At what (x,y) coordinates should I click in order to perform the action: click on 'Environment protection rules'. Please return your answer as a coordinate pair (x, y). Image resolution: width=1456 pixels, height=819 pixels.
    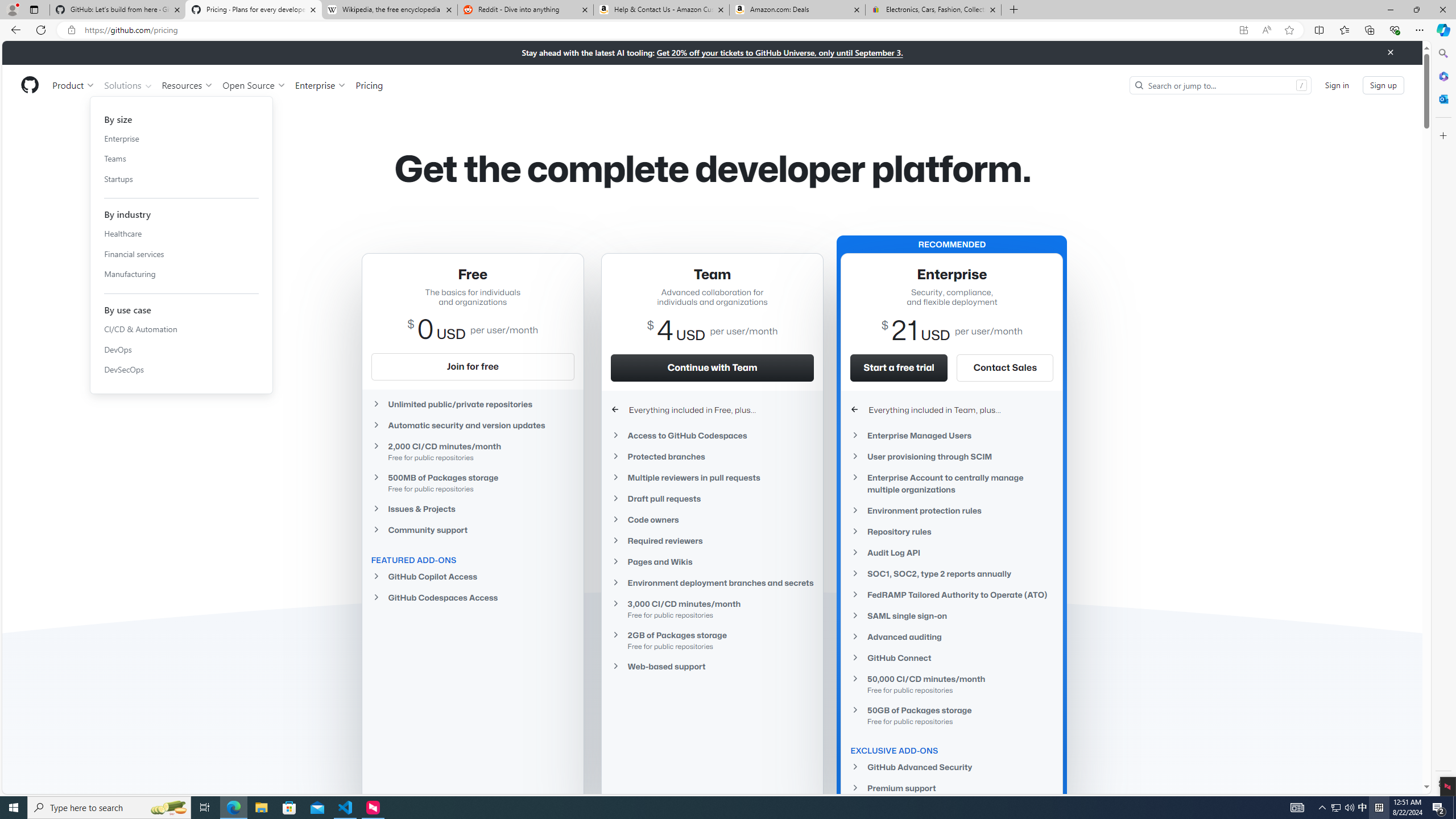
    Looking at the image, I should click on (952, 510).